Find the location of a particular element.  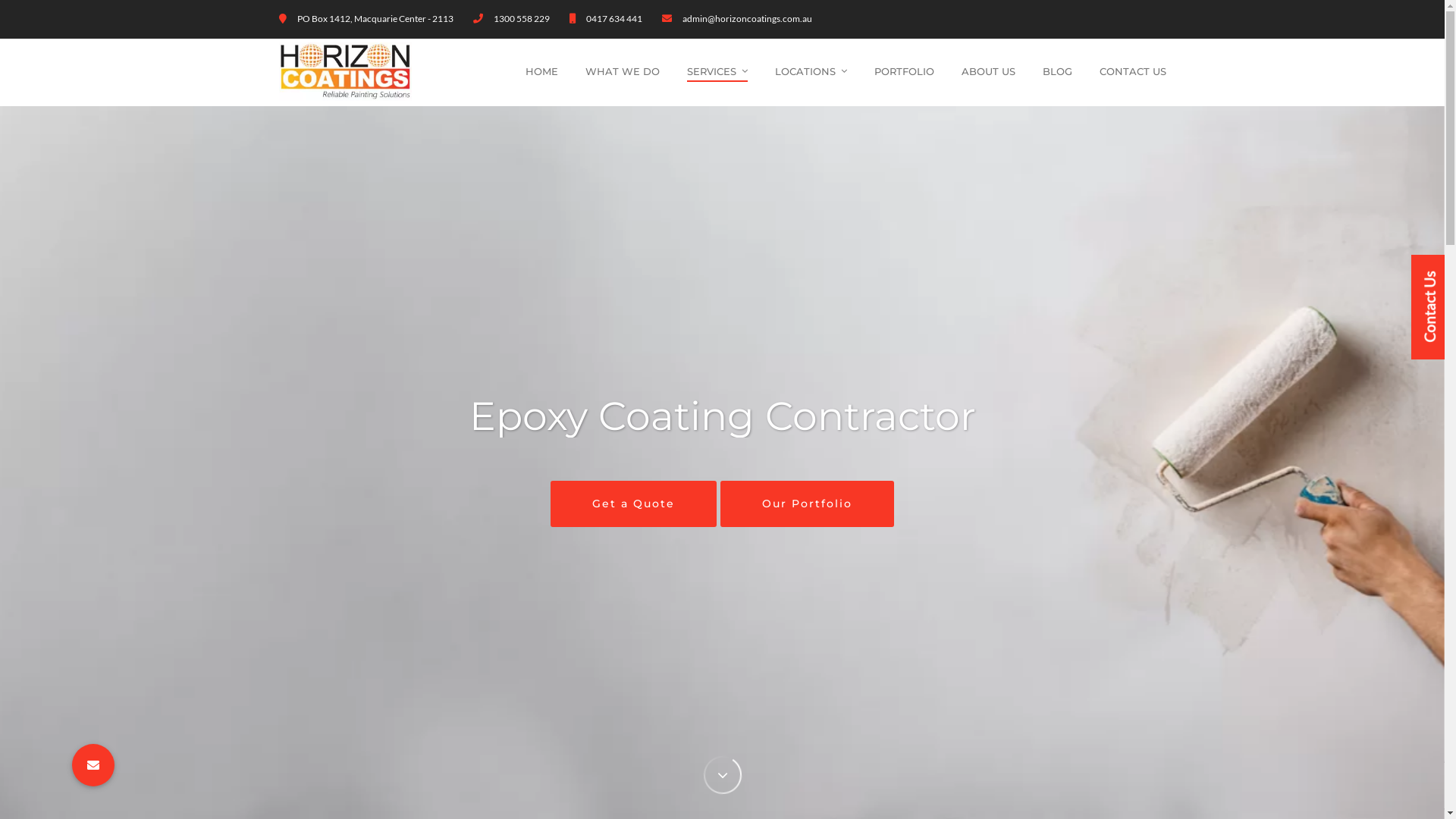

'PORTFOLIO' is located at coordinates (903, 71).